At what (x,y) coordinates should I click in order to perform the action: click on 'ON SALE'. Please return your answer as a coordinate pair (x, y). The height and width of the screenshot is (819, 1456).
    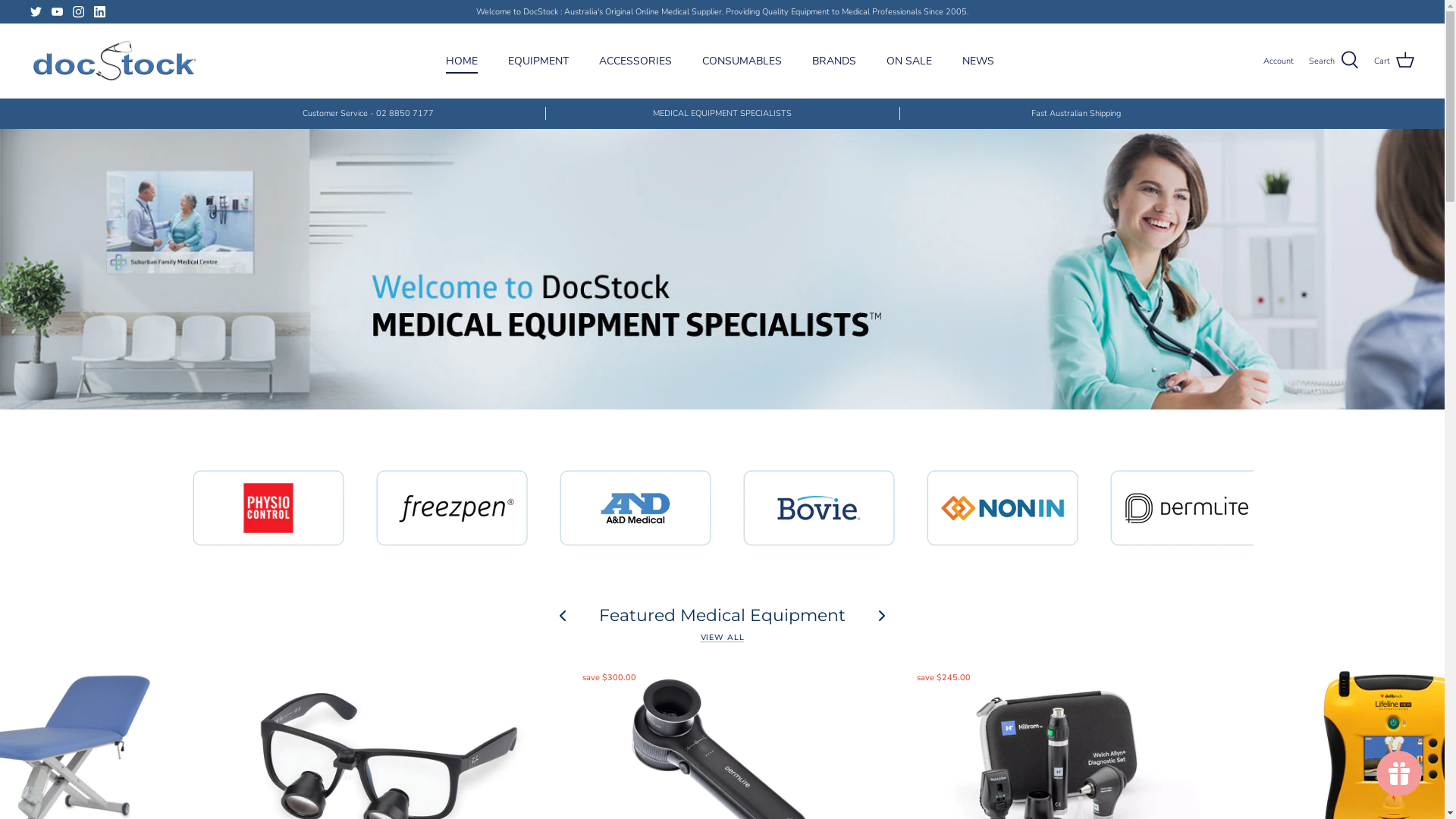
    Looking at the image, I should click on (909, 60).